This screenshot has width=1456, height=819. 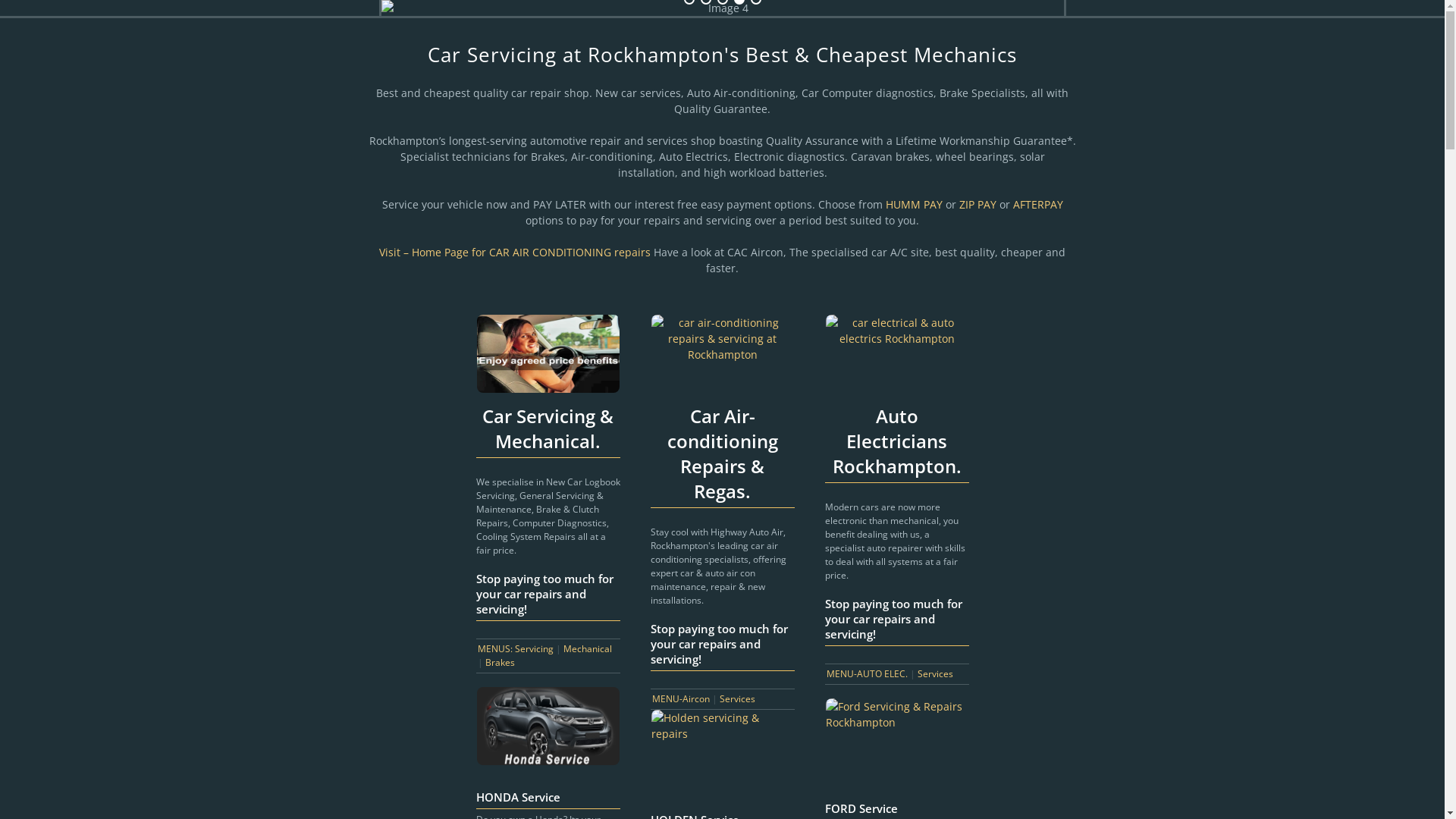 What do you see at coordinates (585, 648) in the screenshot?
I see `'Mechanical'` at bounding box center [585, 648].